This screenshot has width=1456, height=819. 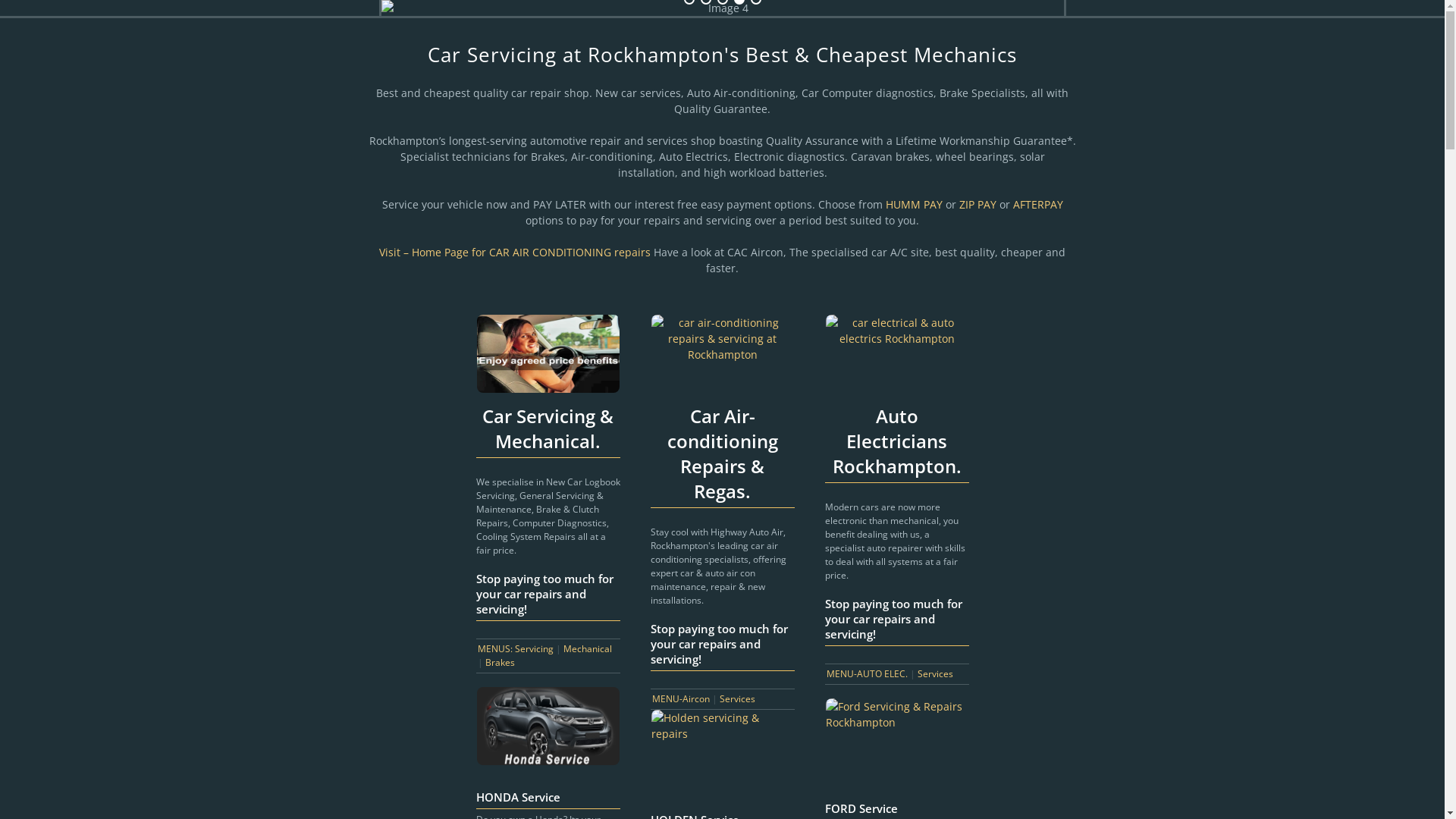 What do you see at coordinates (585, 648) in the screenshot?
I see `'Mechanical'` at bounding box center [585, 648].